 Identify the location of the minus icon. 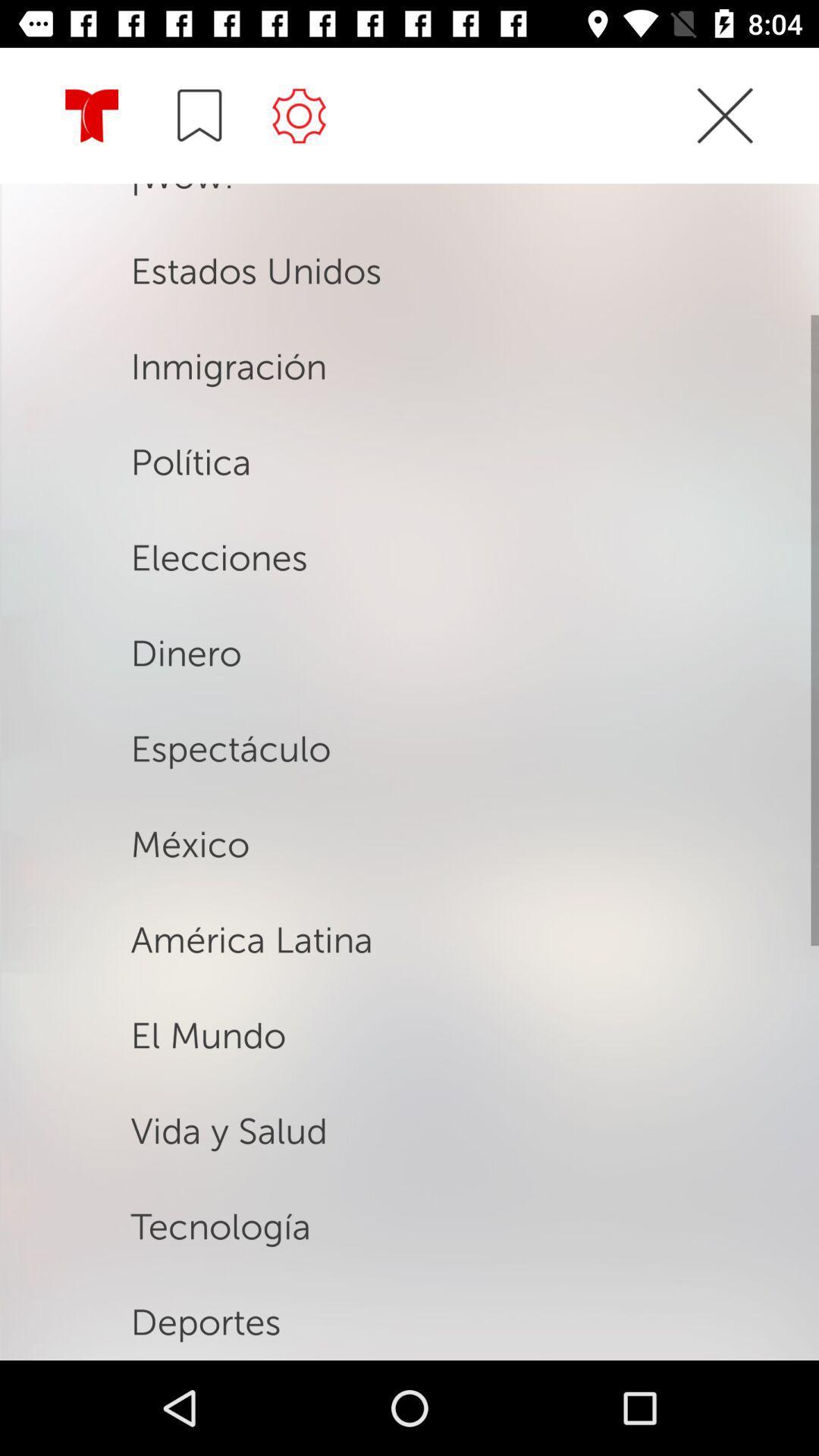
(199, 115).